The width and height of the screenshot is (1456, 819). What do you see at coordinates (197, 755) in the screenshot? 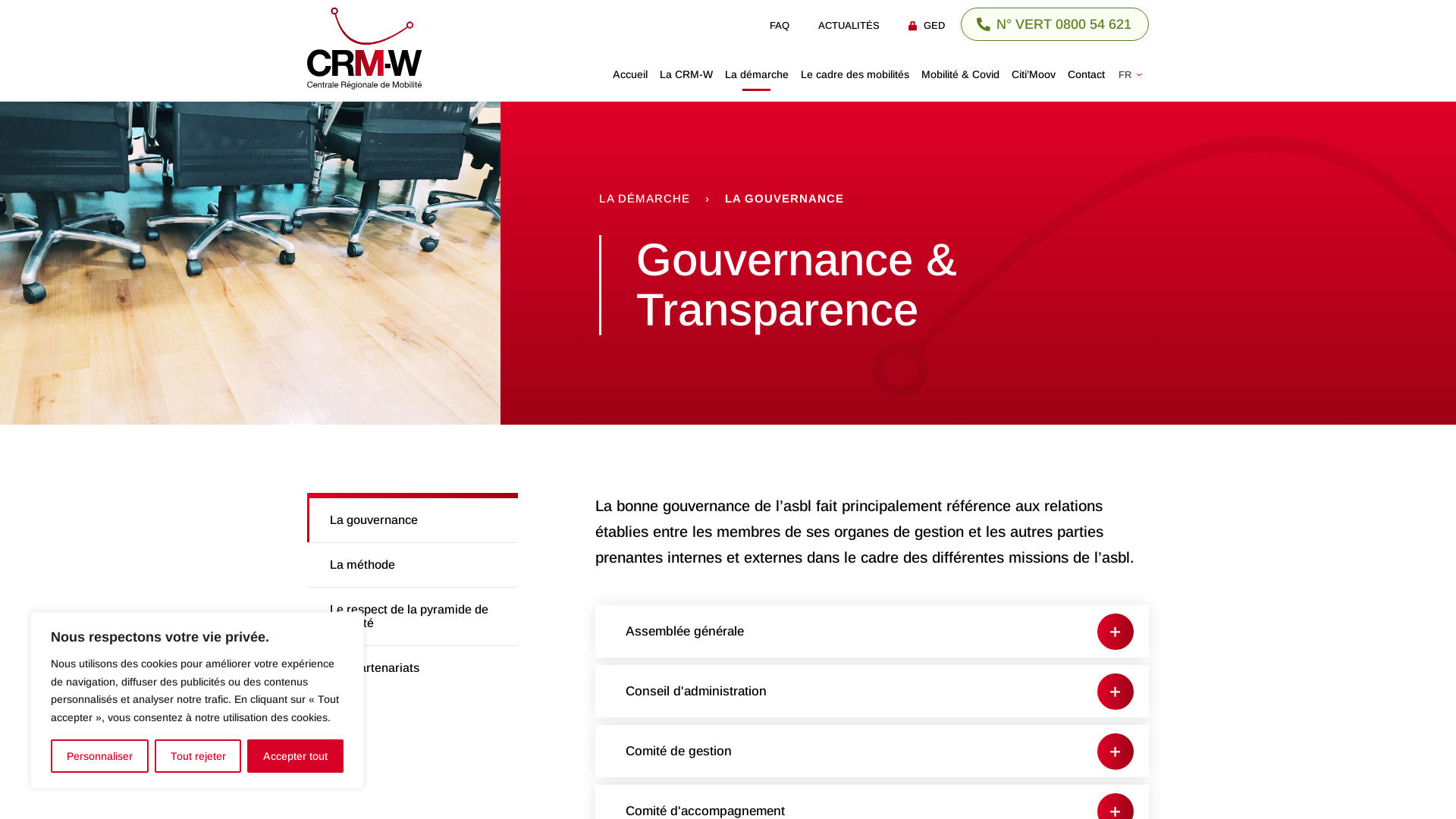
I see `'Tout rejeter'` at bounding box center [197, 755].